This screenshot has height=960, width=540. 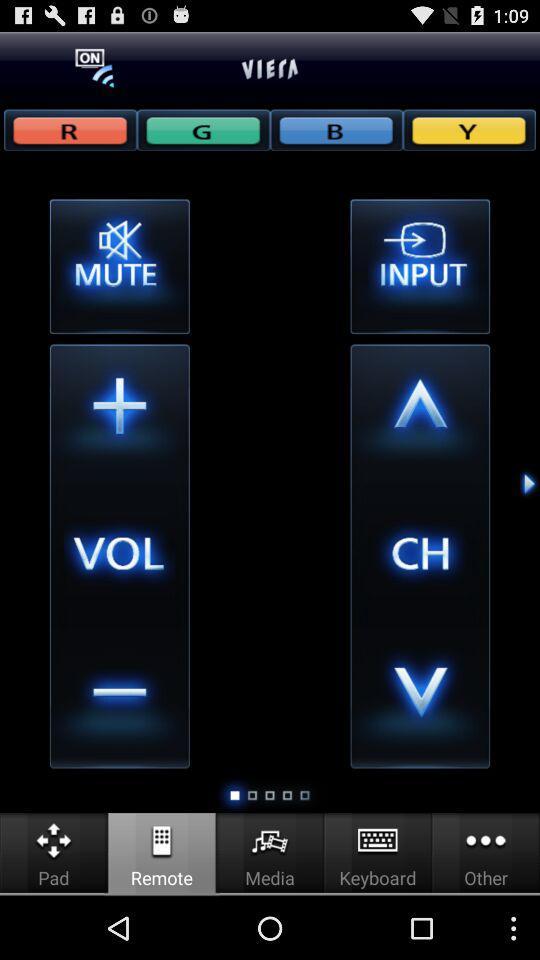 What do you see at coordinates (419, 698) in the screenshot?
I see `previous channel` at bounding box center [419, 698].